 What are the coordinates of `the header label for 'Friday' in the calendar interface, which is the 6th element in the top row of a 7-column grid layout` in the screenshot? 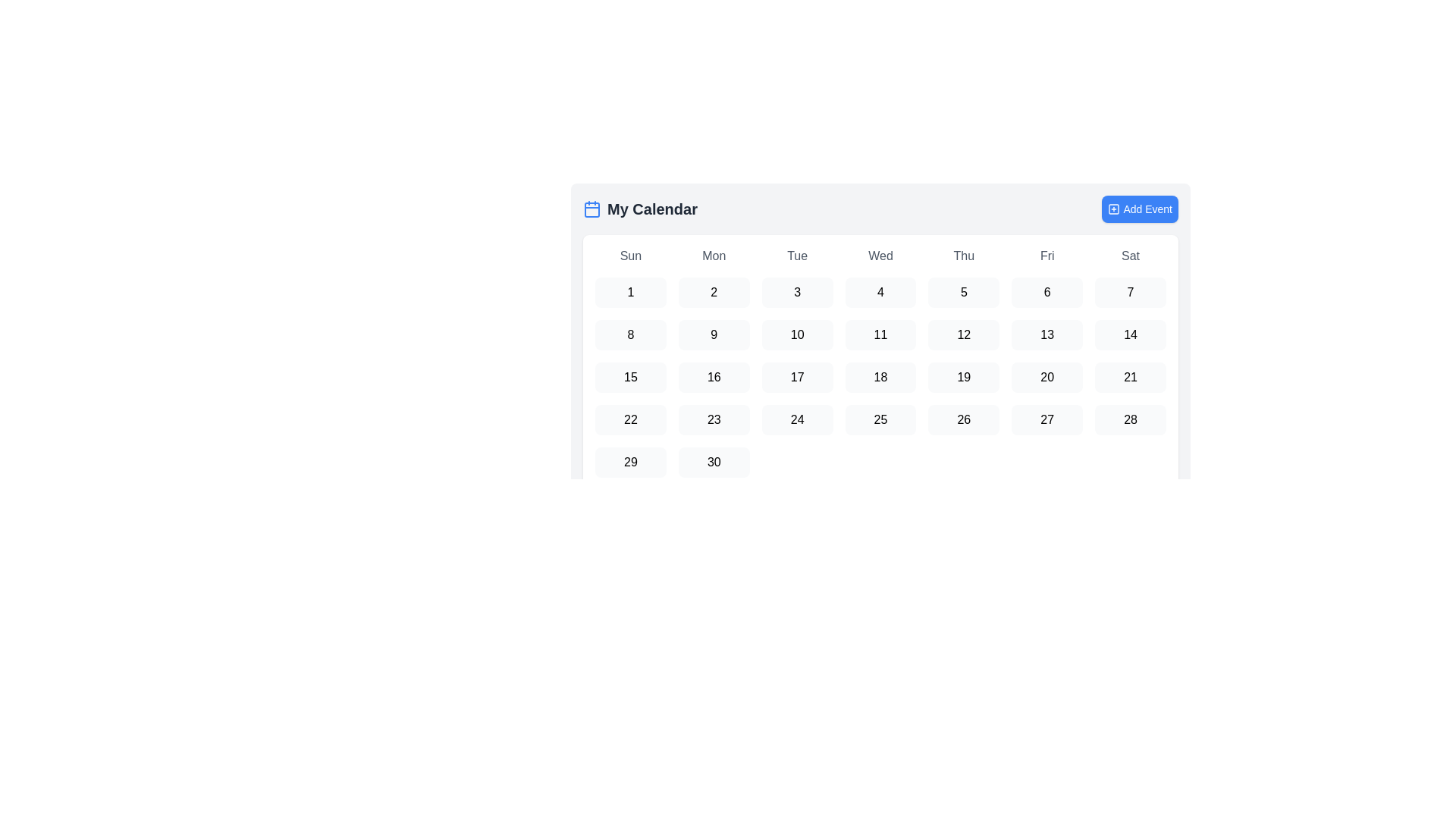 It's located at (1046, 256).